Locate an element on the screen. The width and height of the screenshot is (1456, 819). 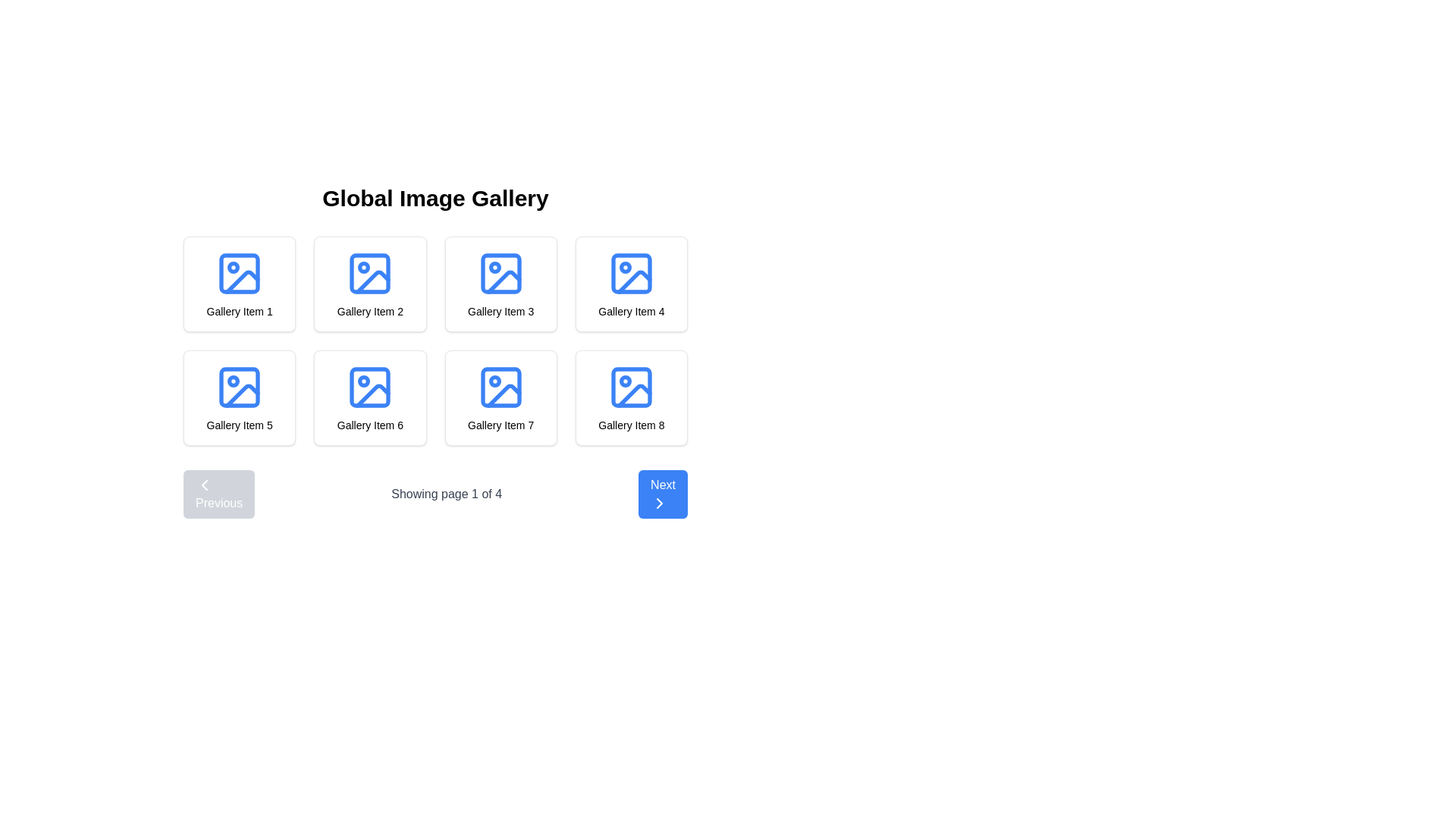
the text segment labeled 'Gallery Item 6', which is styled with a small font size and located below an image placeholder in the second row, second column of the gallery grid is located at coordinates (370, 425).